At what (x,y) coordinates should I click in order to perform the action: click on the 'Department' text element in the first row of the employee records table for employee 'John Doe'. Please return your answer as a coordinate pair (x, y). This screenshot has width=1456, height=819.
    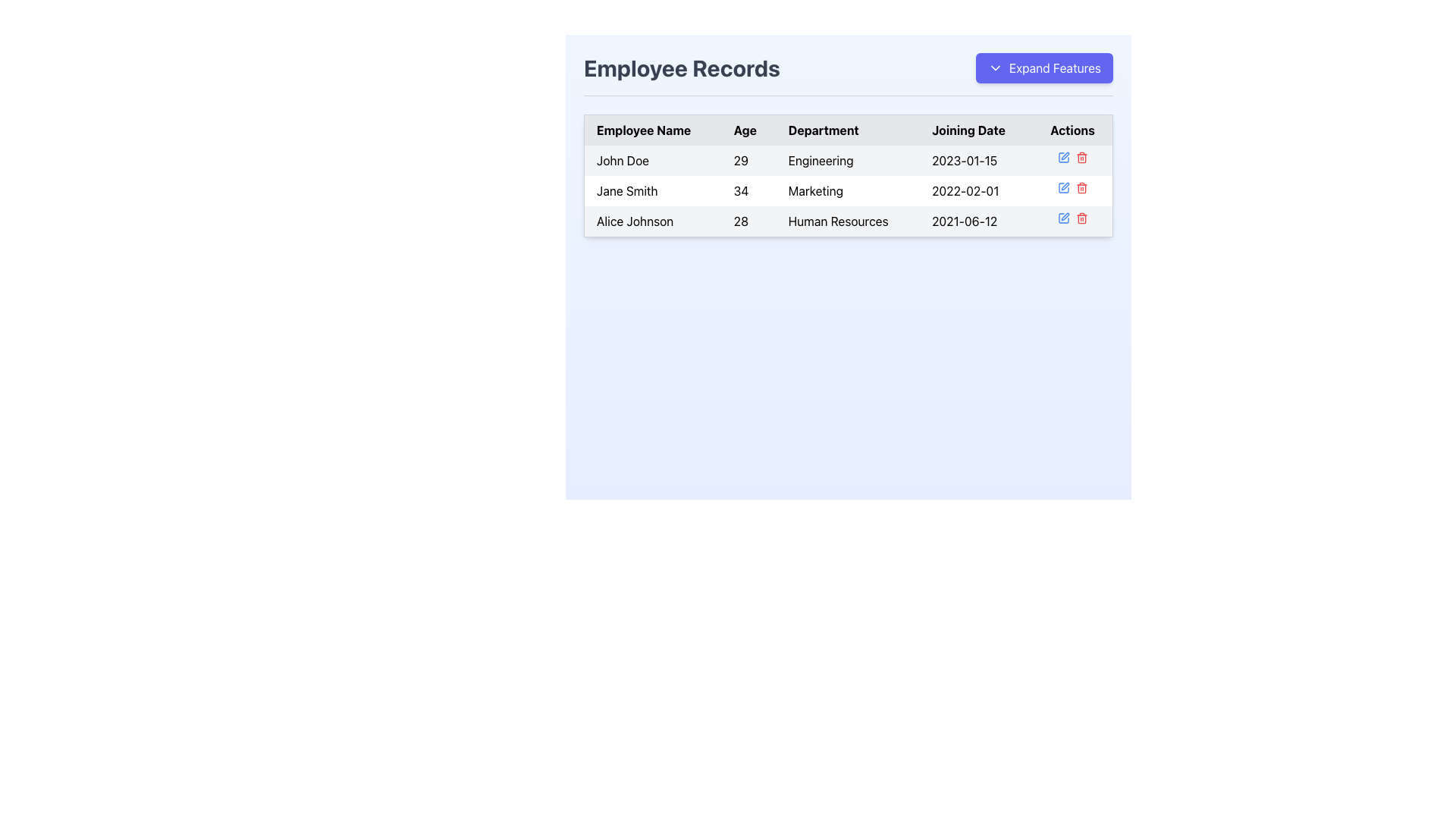
    Looking at the image, I should click on (847, 161).